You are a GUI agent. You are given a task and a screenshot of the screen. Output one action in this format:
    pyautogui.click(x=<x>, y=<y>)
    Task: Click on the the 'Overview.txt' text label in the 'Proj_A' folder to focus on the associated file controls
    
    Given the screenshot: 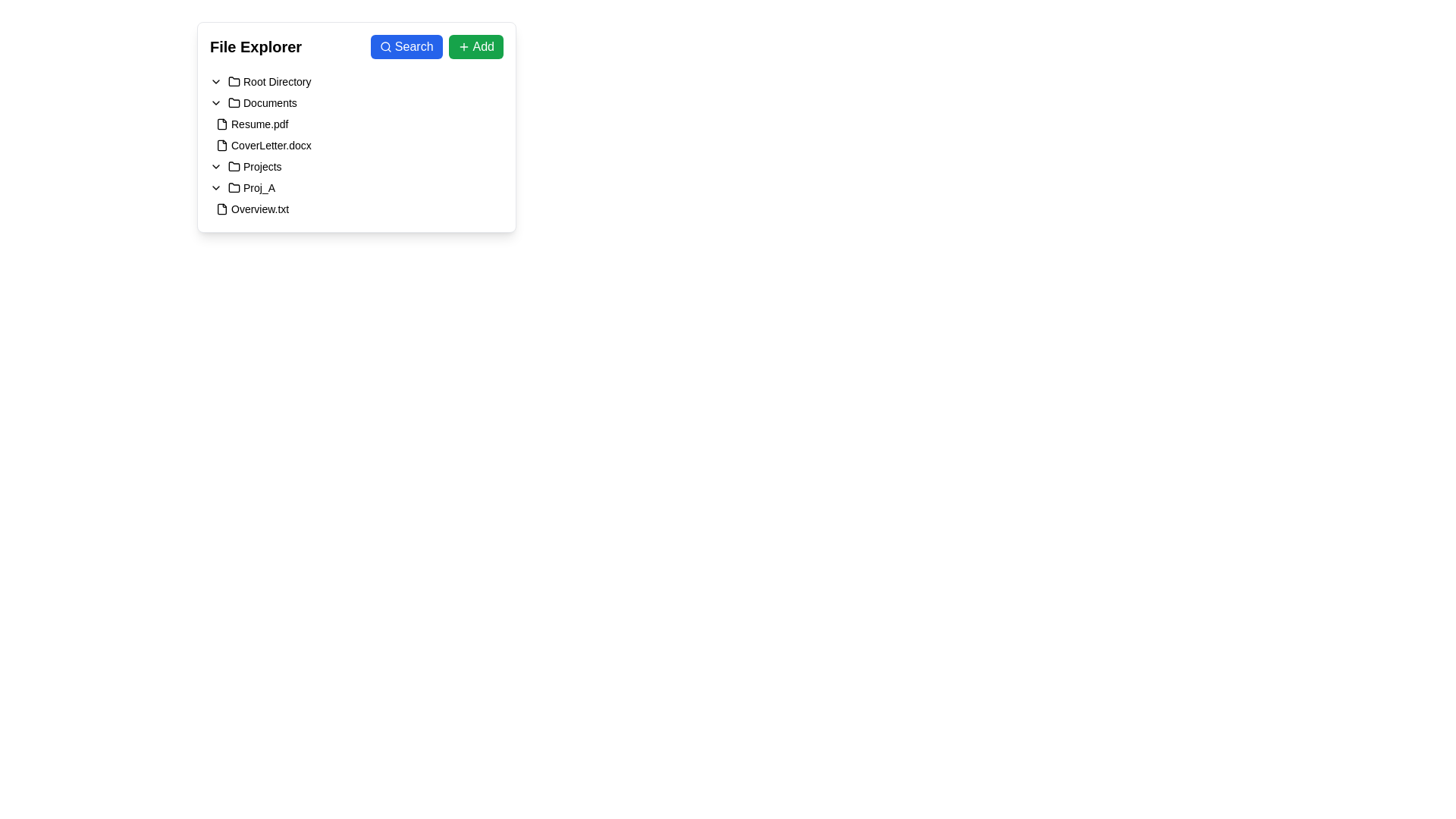 What is the action you would take?
    pyautogui.click(x=259, y=209)
    